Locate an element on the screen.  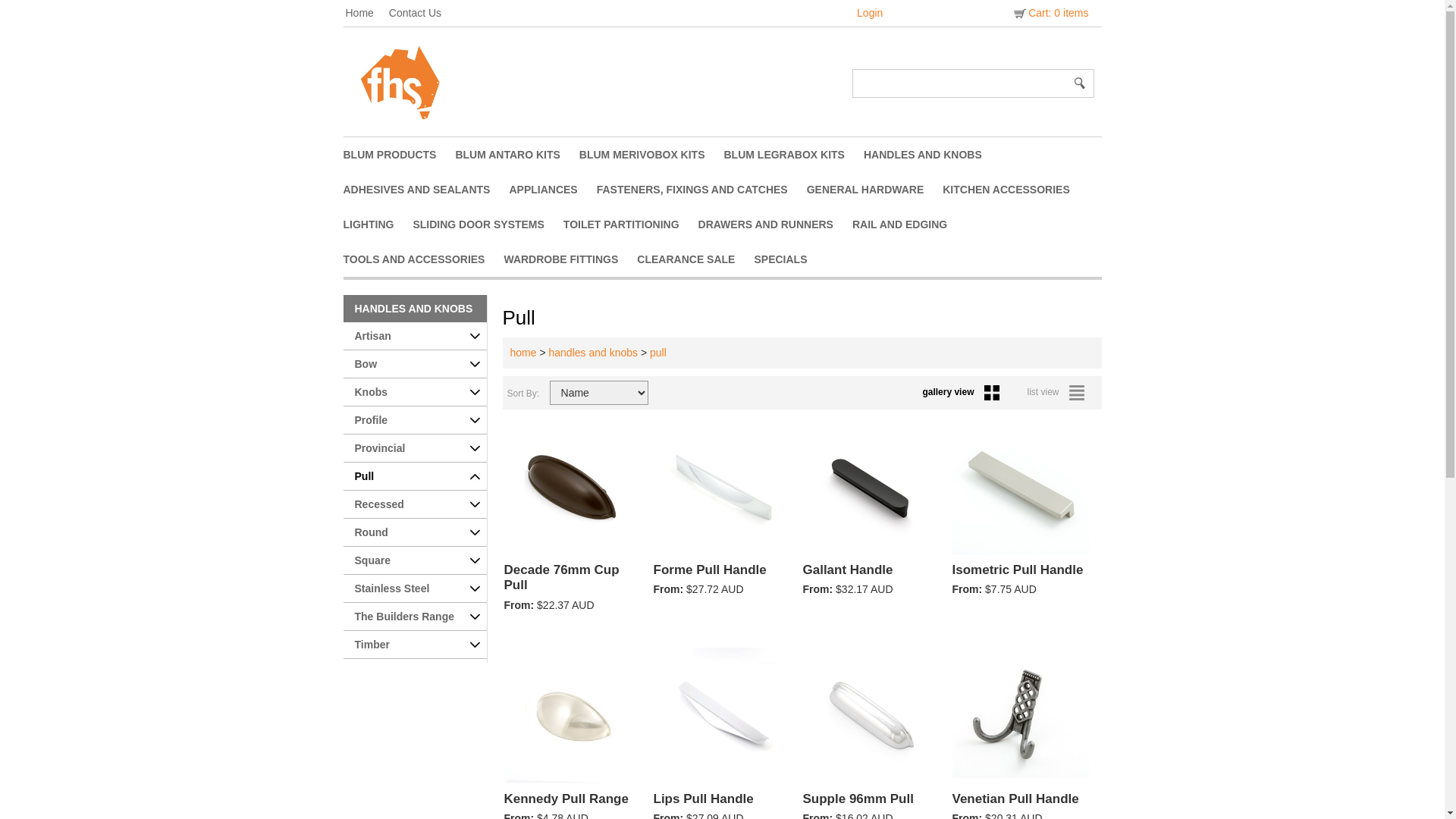
'Provincial' is located at coordinates (414, 447).